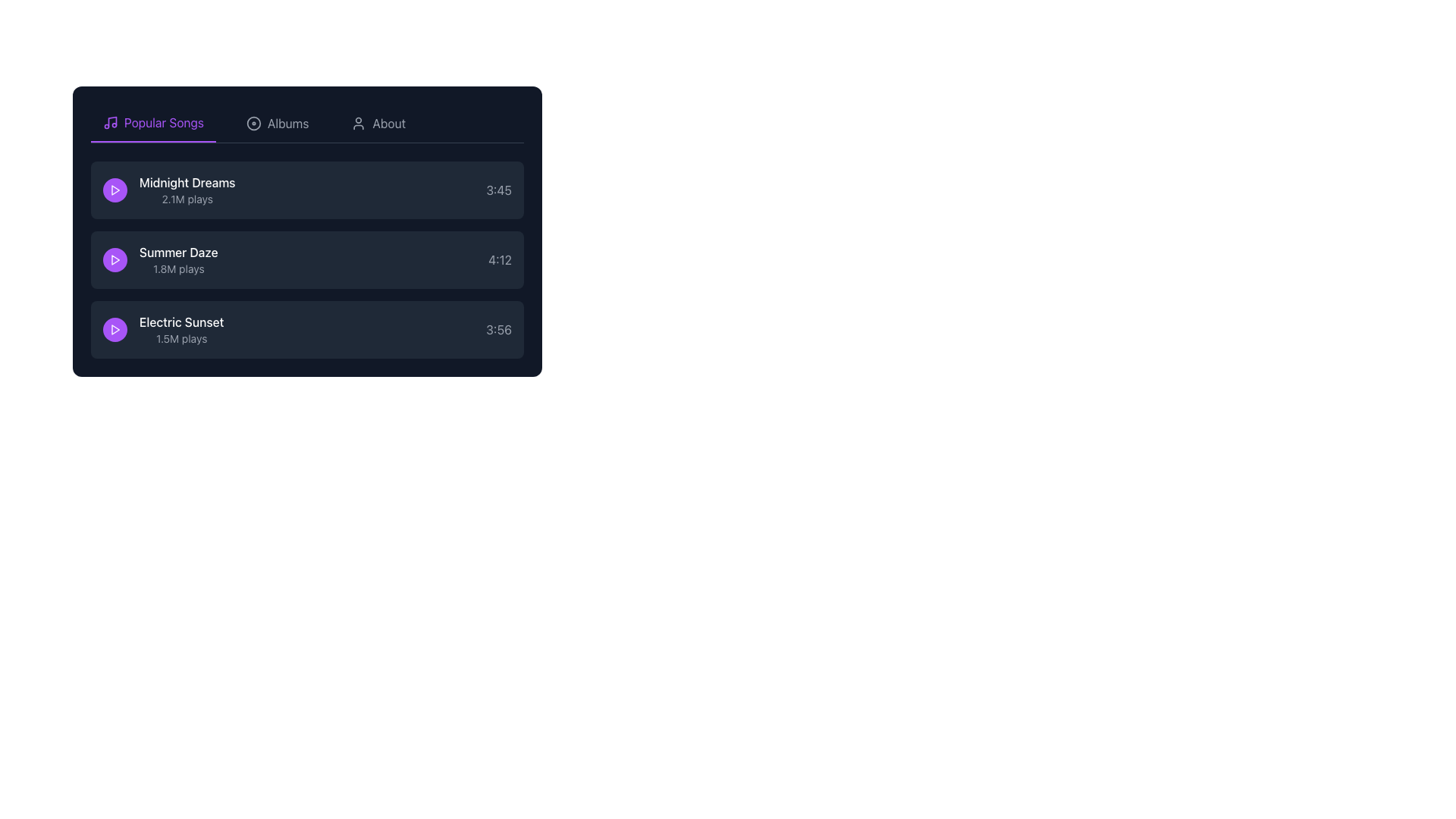 The image size is (1456, 819). I want to click on the Text label displaying 'Summer Daze' and '1.8M plays', which is the second item in the vertical list of songs under the 'Popular Songs' section, so click(178, 259).